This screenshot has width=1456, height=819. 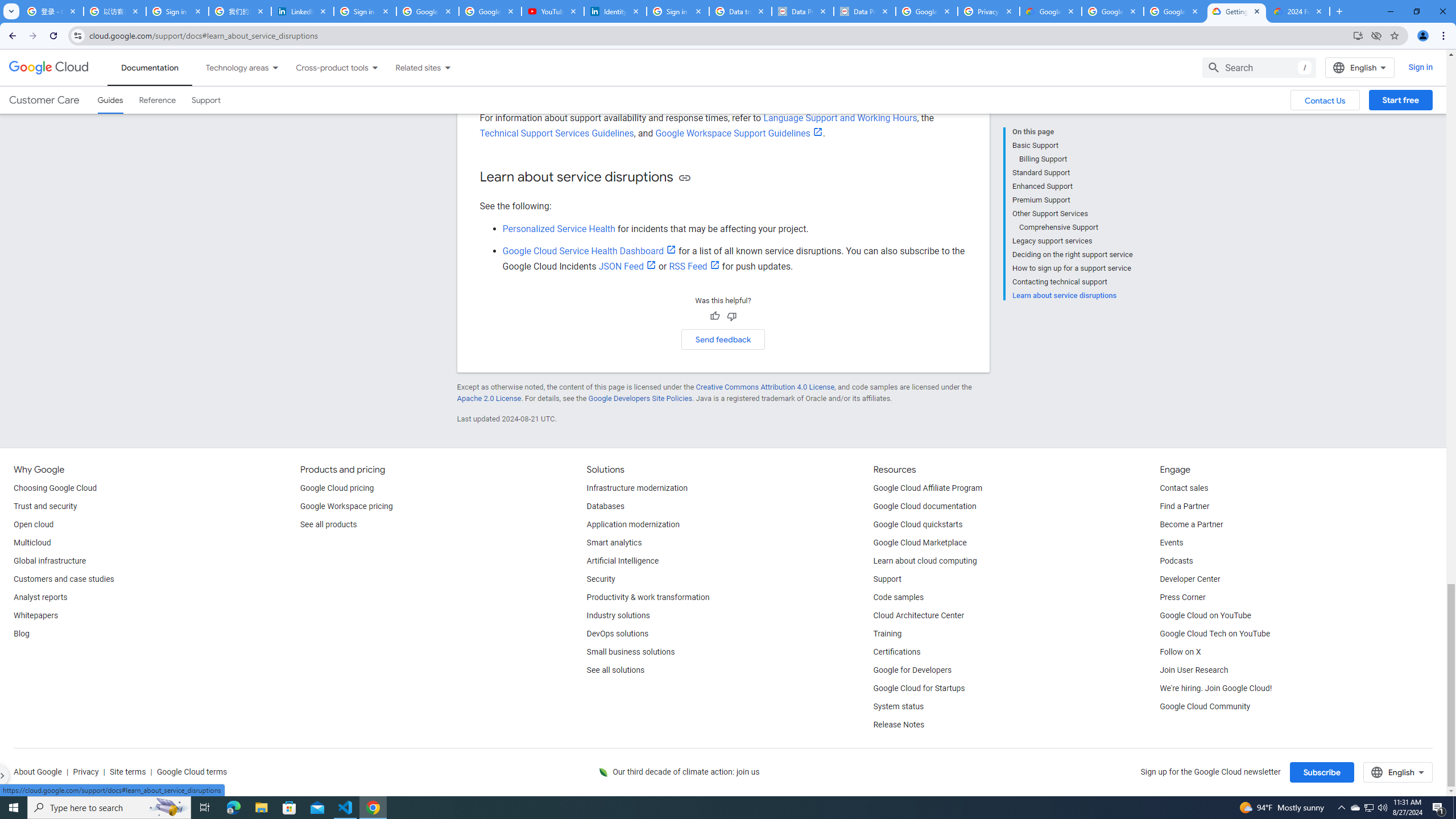 I want to click on 'Technical Support Services Guidelines', so click(x=556, y=133).